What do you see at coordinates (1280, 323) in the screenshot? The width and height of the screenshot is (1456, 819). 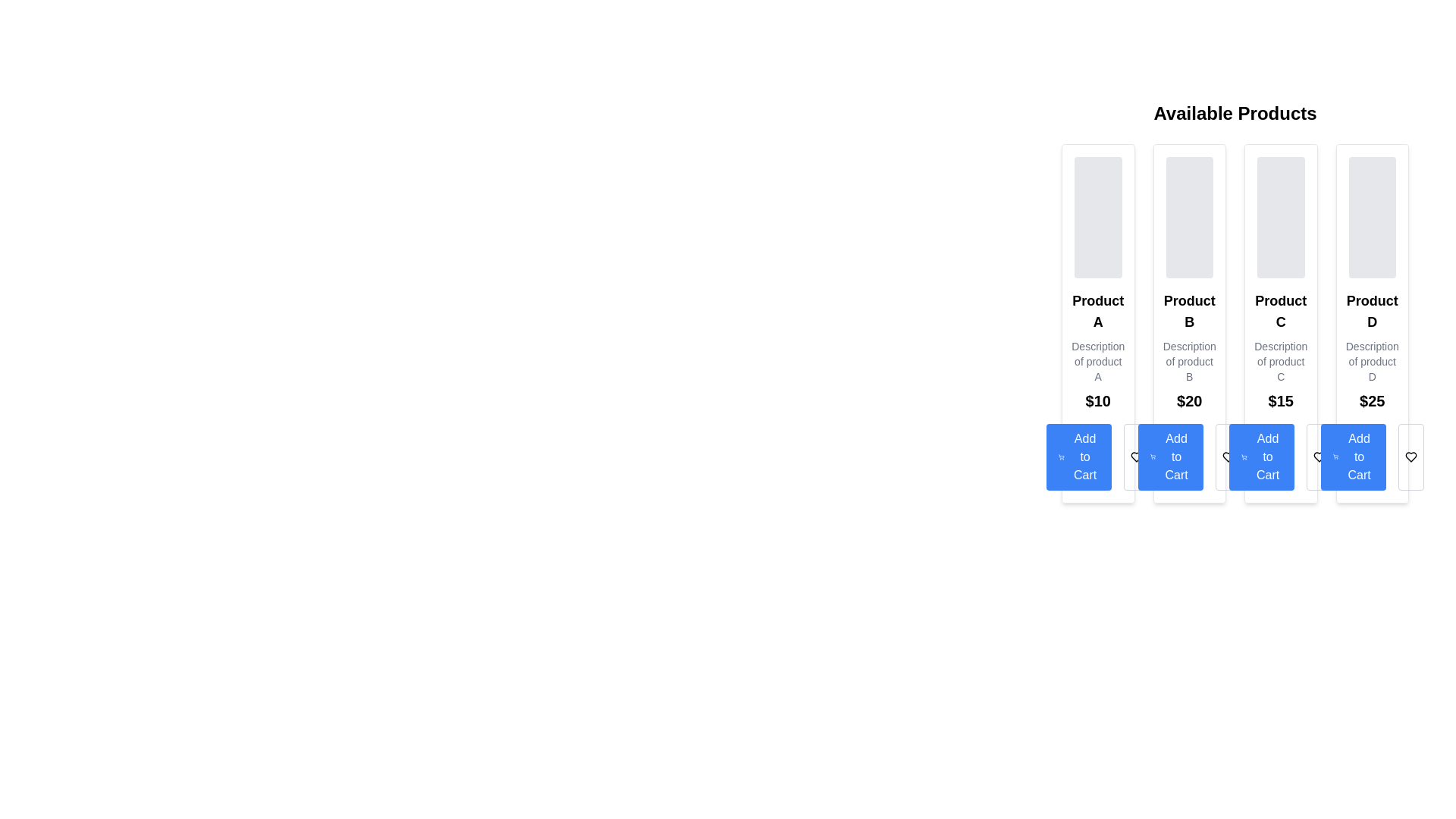 I see `the 'Add to Cart' button on the Product C card, which is the third card in a grid layout of four product cards, located centrally between 'Product B' and 'Product D'` at bounding box center [1280, 323].